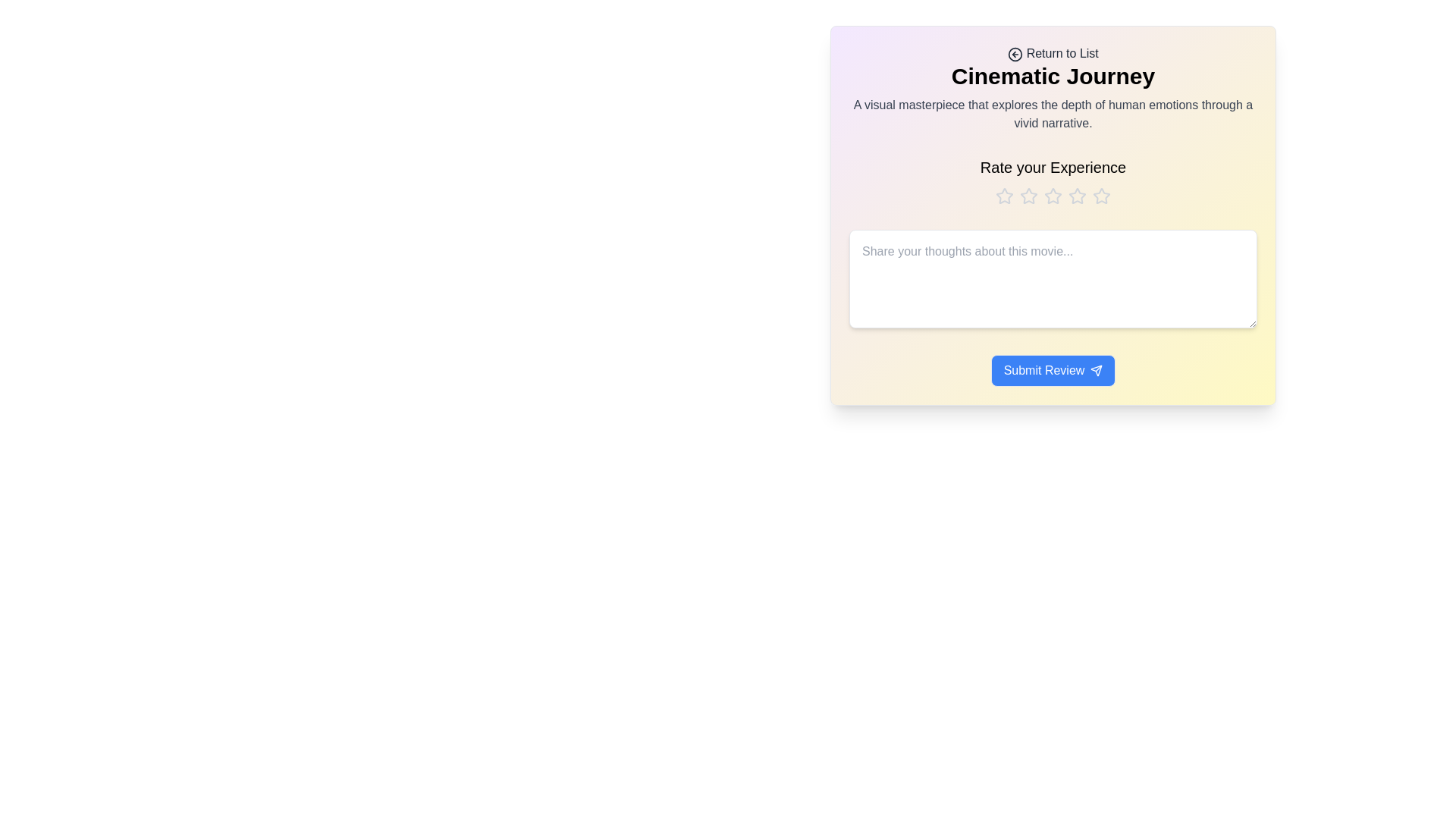 Image resolution: width=1456 pixels, height=819 pixels. What do you see at coordinates (1052, 113) in the screenshot?
I see `the text label providing a descriptive tagline about 'Cinematic Journey', which is located beneath the heading and above the section labeled 'Rate your Experience'` at bounding box center [1052, 113].